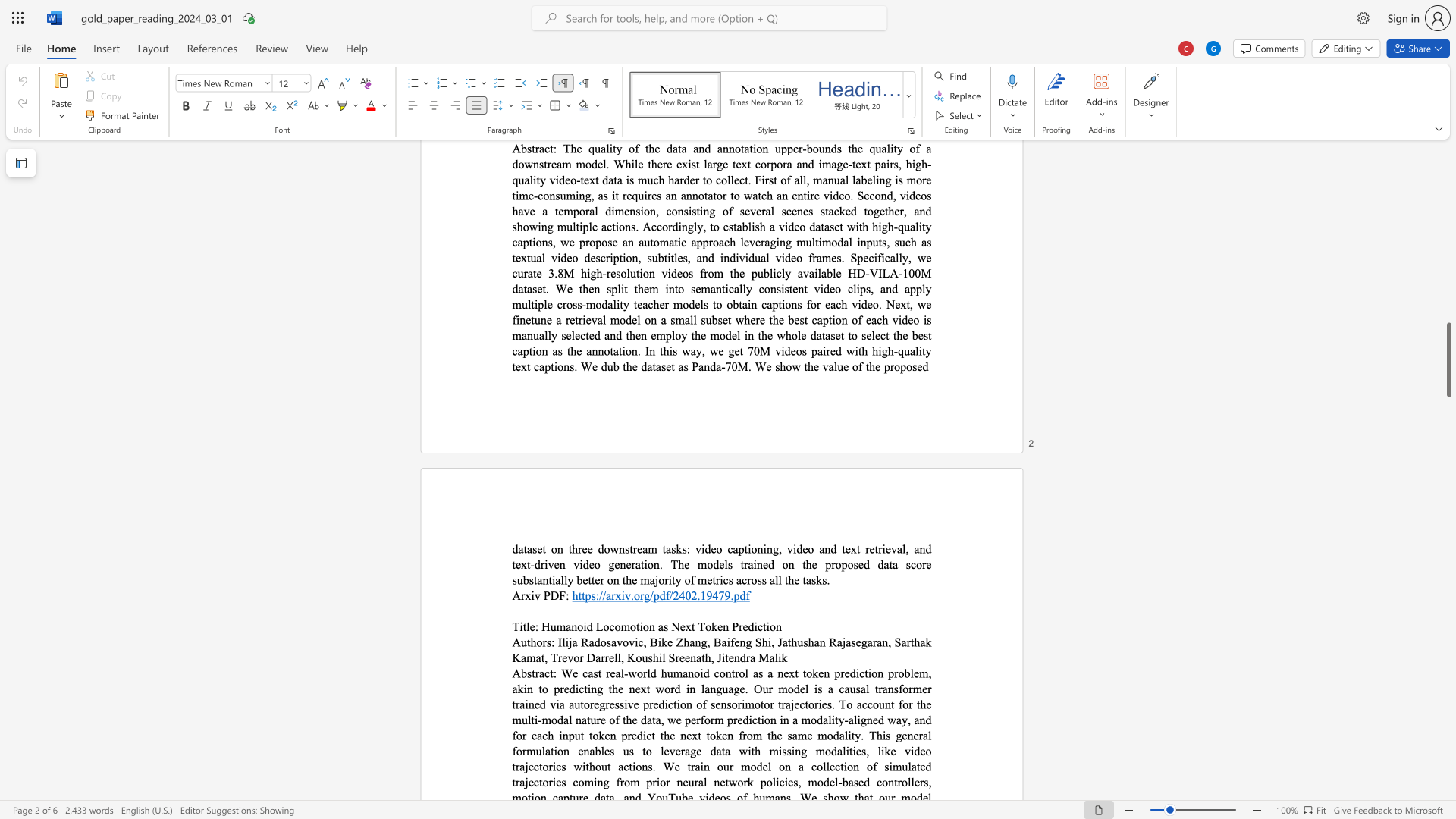  What do you see at coordinates (1448, 271) in the screenshot?
I see `the scrollbar to move the page up` at bounding box center [1448, 271].